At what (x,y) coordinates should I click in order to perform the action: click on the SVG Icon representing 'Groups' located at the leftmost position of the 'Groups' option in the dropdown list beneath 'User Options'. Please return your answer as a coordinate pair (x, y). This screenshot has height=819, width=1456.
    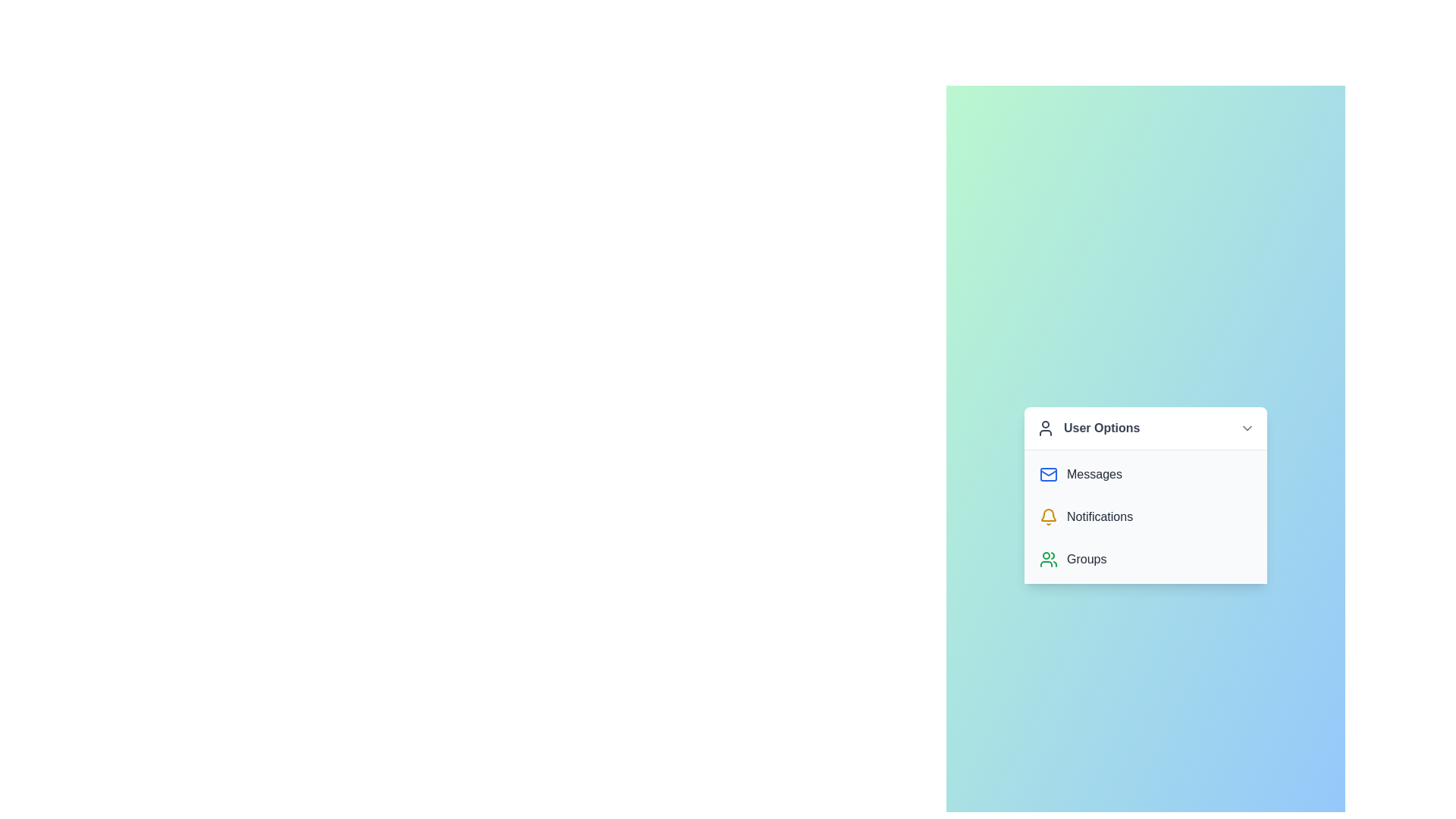
    Looking at the image, I should click on (1047, 559).